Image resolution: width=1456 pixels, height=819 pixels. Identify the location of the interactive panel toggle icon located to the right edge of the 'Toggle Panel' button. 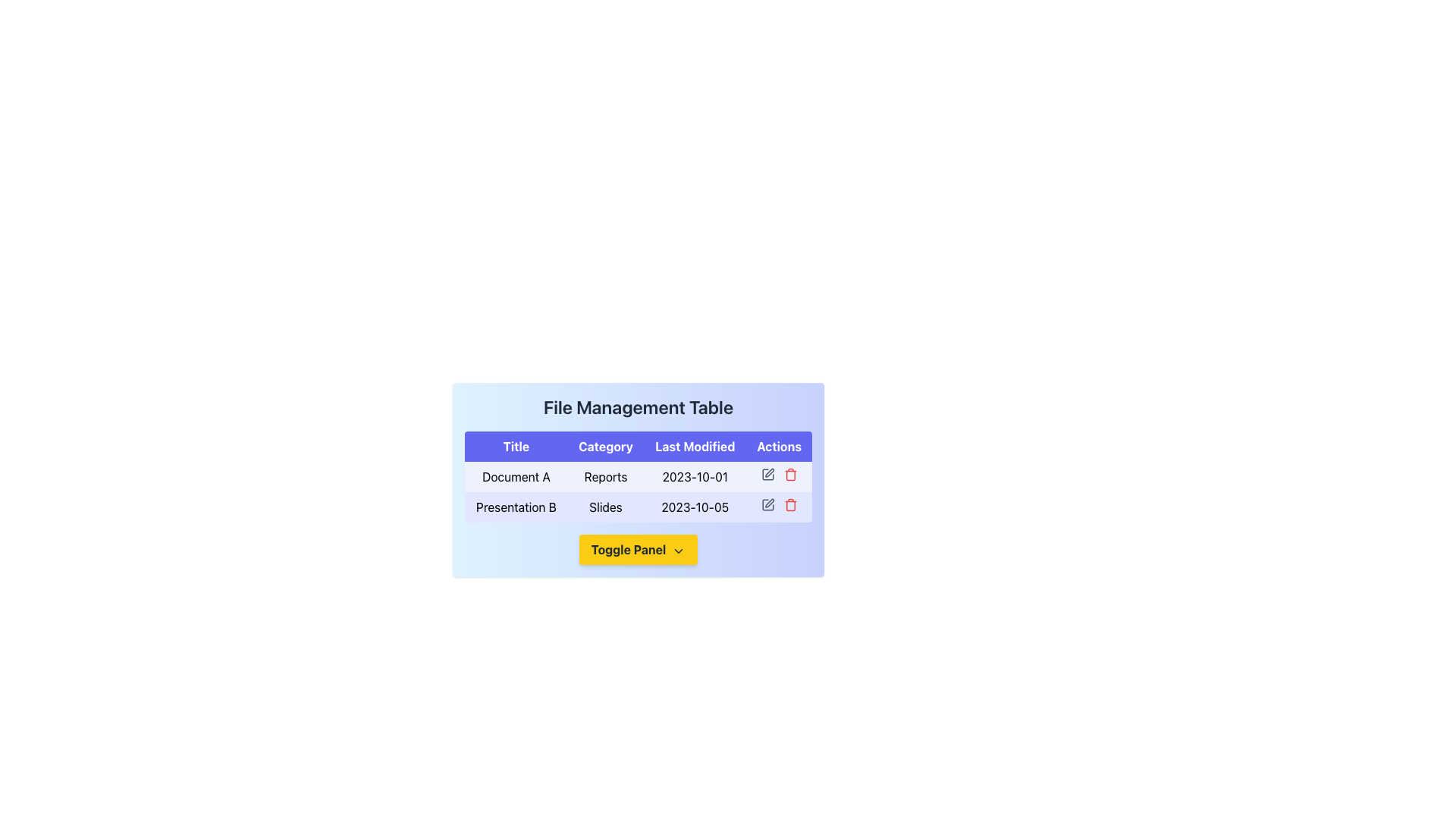
(678, 551).